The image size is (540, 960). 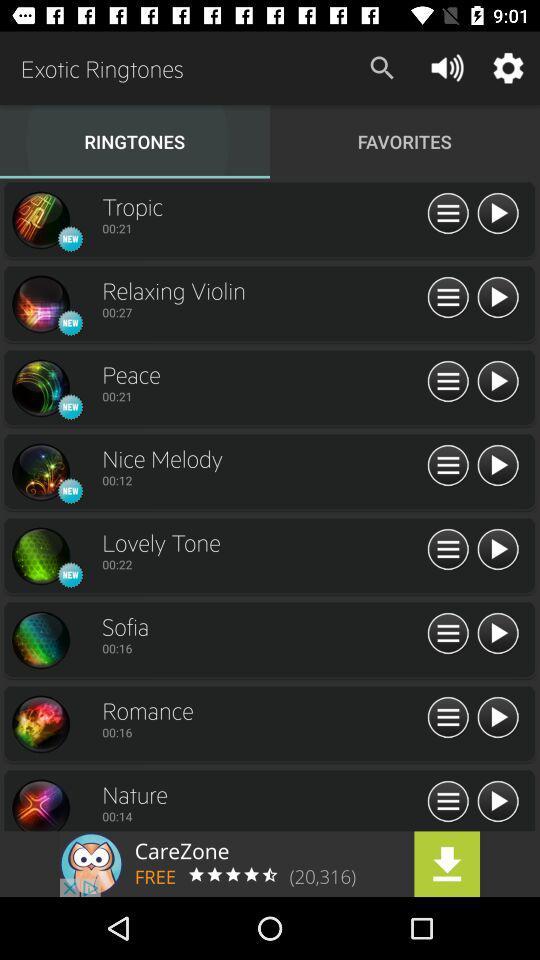 What do you see at coordinates (40, 723) in the screenshot?
I see `artist profile` at bounding box center [40, 723].